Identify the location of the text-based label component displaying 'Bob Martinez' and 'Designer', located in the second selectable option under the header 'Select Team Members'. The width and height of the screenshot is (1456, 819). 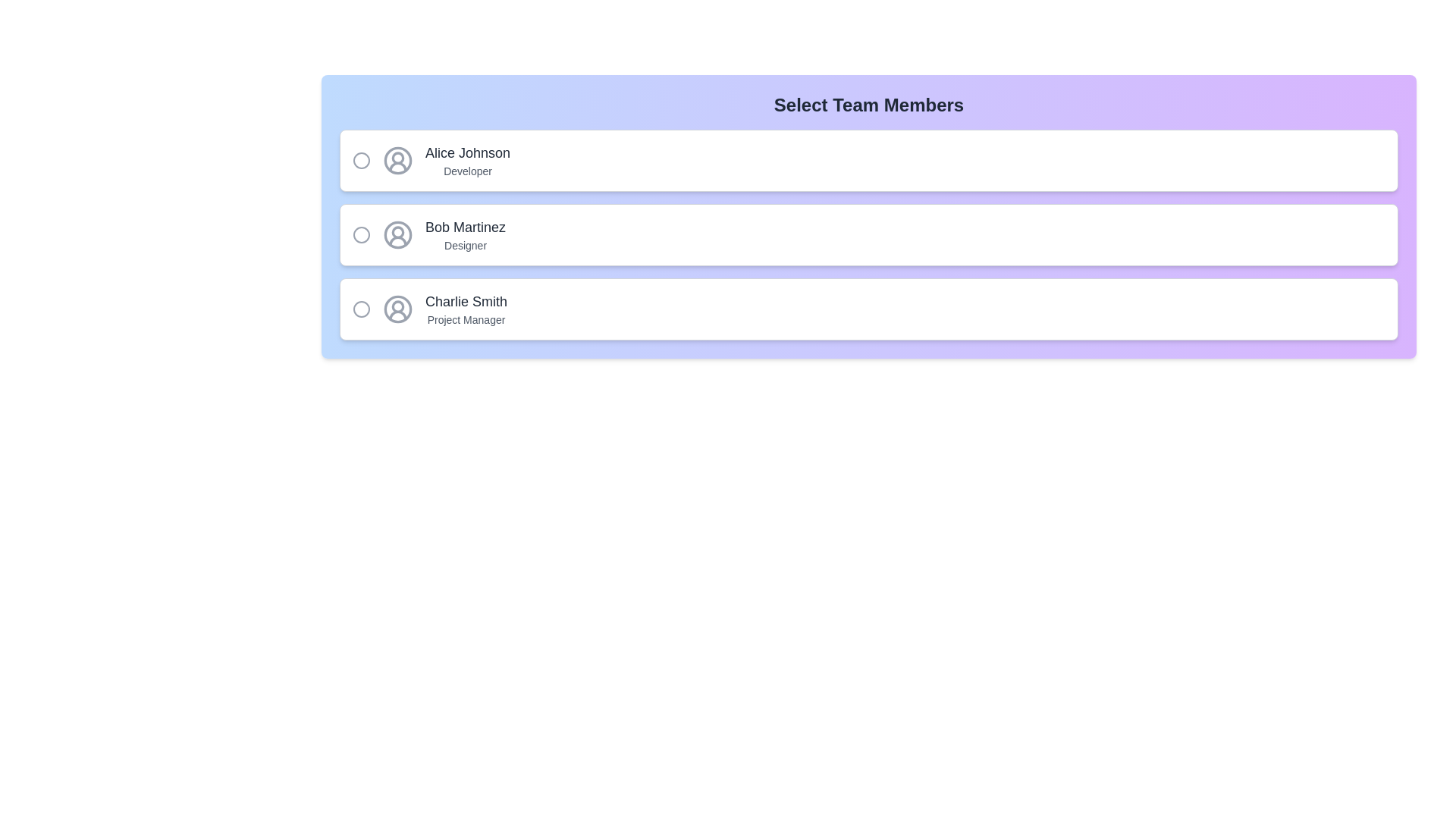
(465, 234).